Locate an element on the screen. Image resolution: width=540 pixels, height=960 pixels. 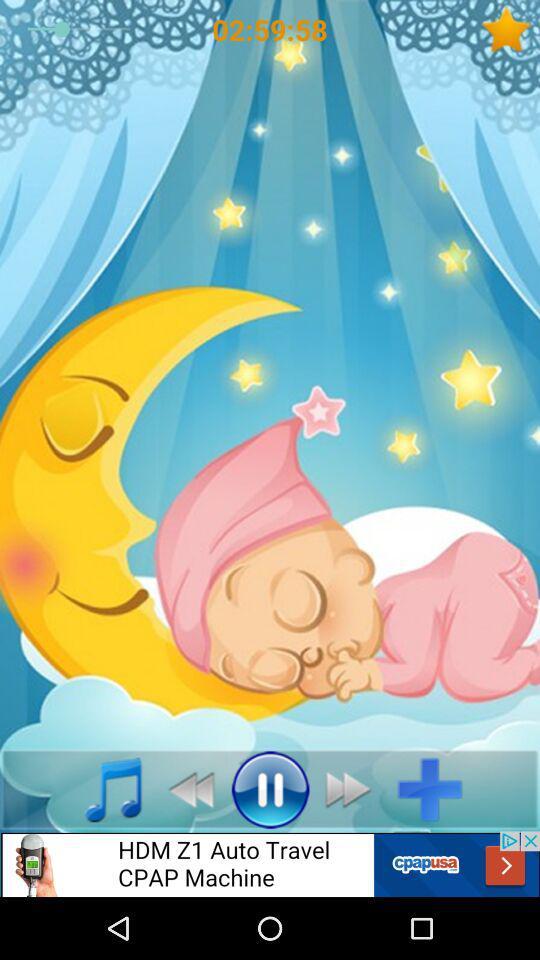
option is located at coordinates (436, 789).